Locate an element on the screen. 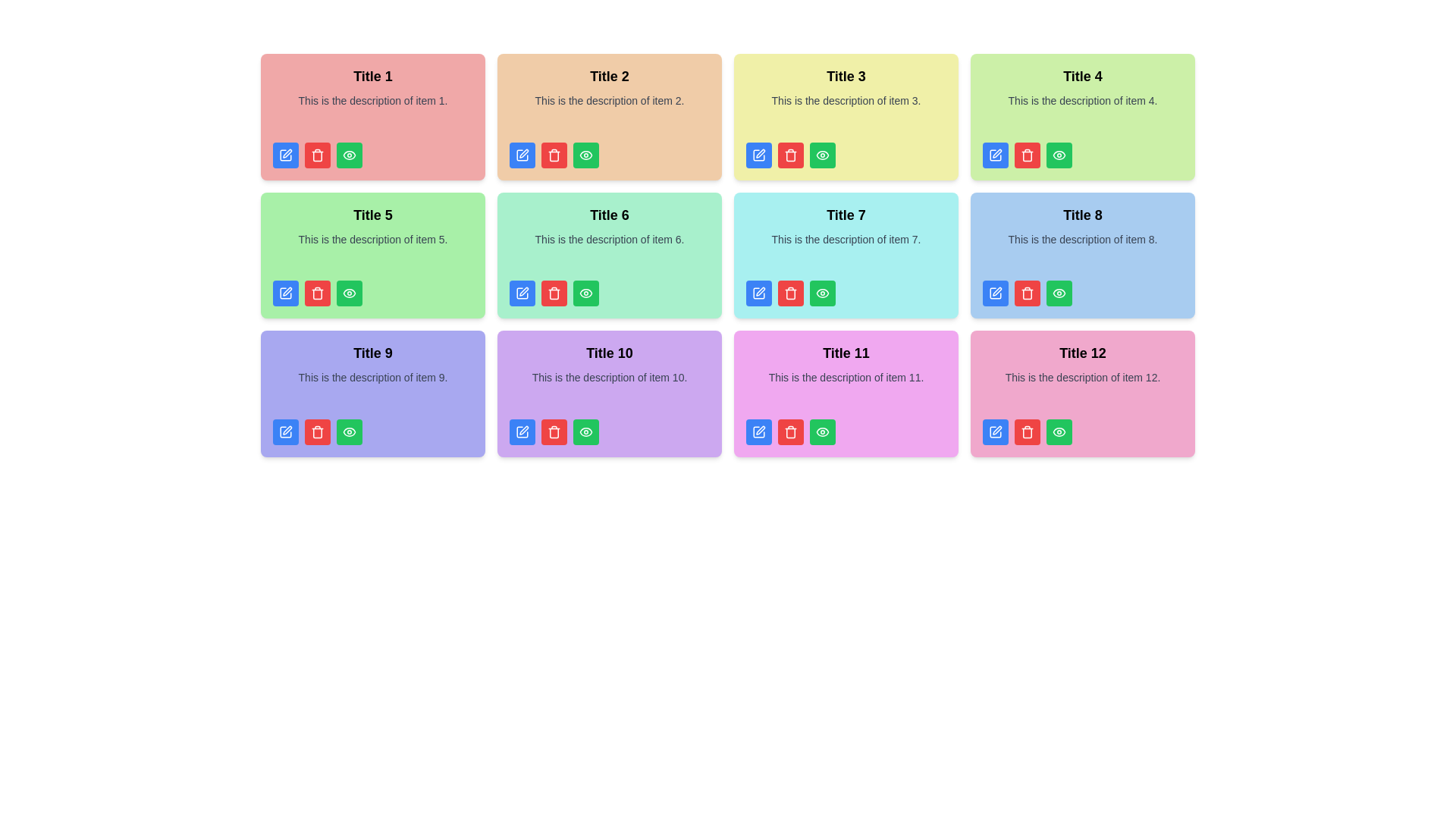 The image size is (1456, 819). the eye icon within the green button located in the card titled 'Title 10' is located at coordinates (585, 431).